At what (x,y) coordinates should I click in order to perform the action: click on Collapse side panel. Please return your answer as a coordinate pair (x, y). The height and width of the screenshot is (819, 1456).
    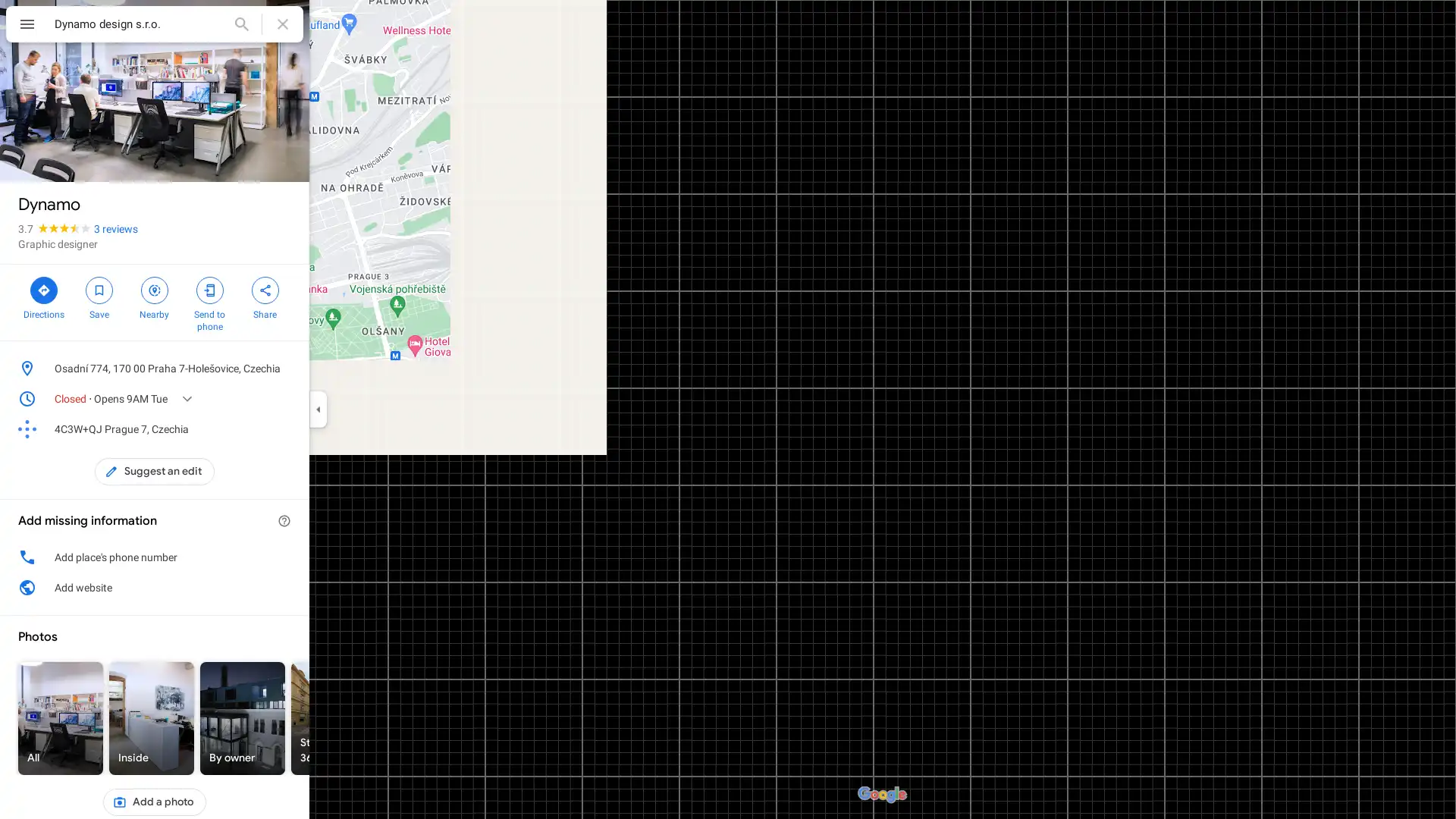
    Looking at the image, I should click on (317, 409).